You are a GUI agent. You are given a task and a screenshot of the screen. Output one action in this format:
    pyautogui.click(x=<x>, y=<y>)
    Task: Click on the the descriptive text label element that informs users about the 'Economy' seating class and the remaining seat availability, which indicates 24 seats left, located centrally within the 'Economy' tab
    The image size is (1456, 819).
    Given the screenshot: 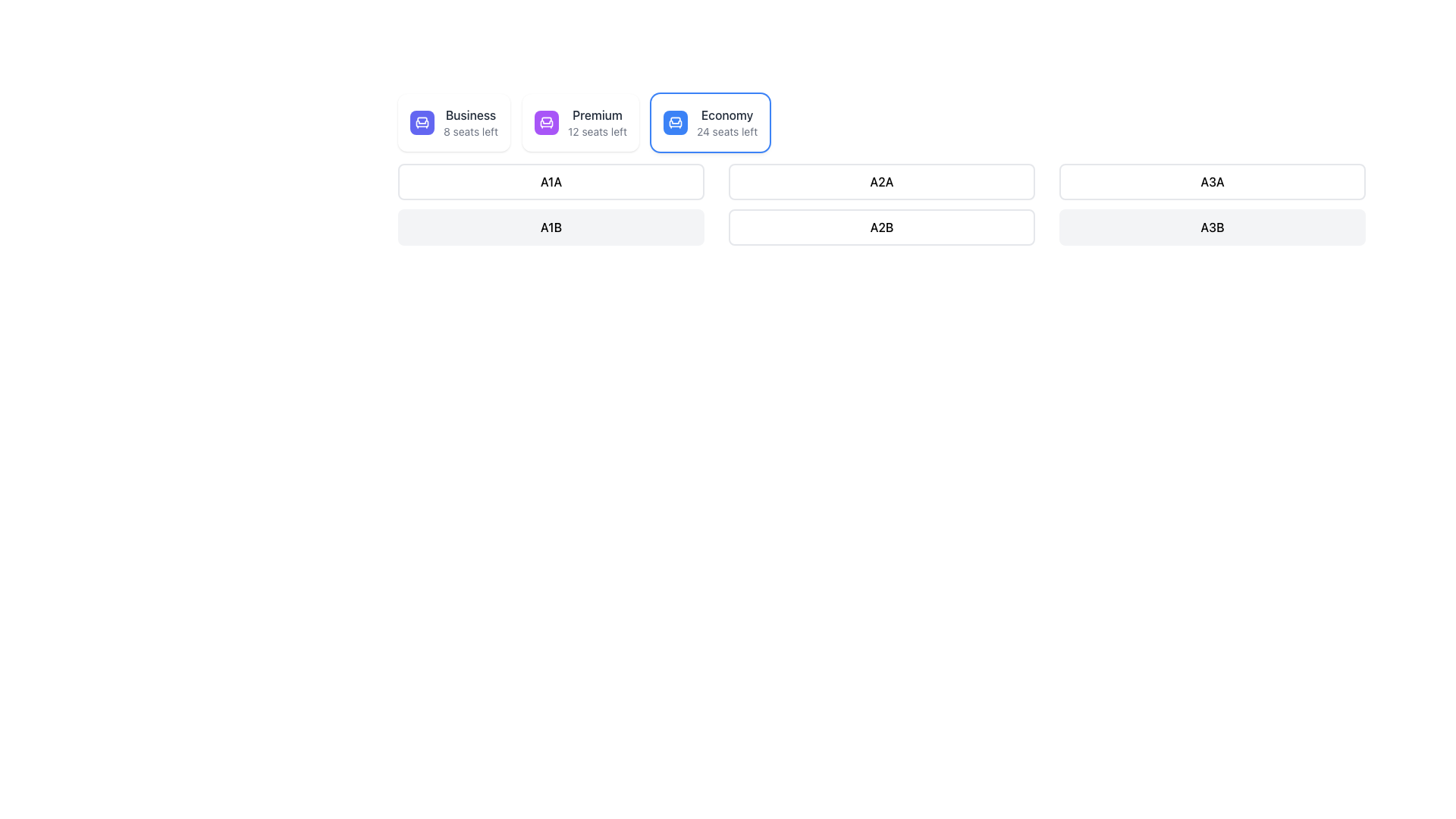 What is the action you would take?
    pyautogui.click(x=726, y=122)
    